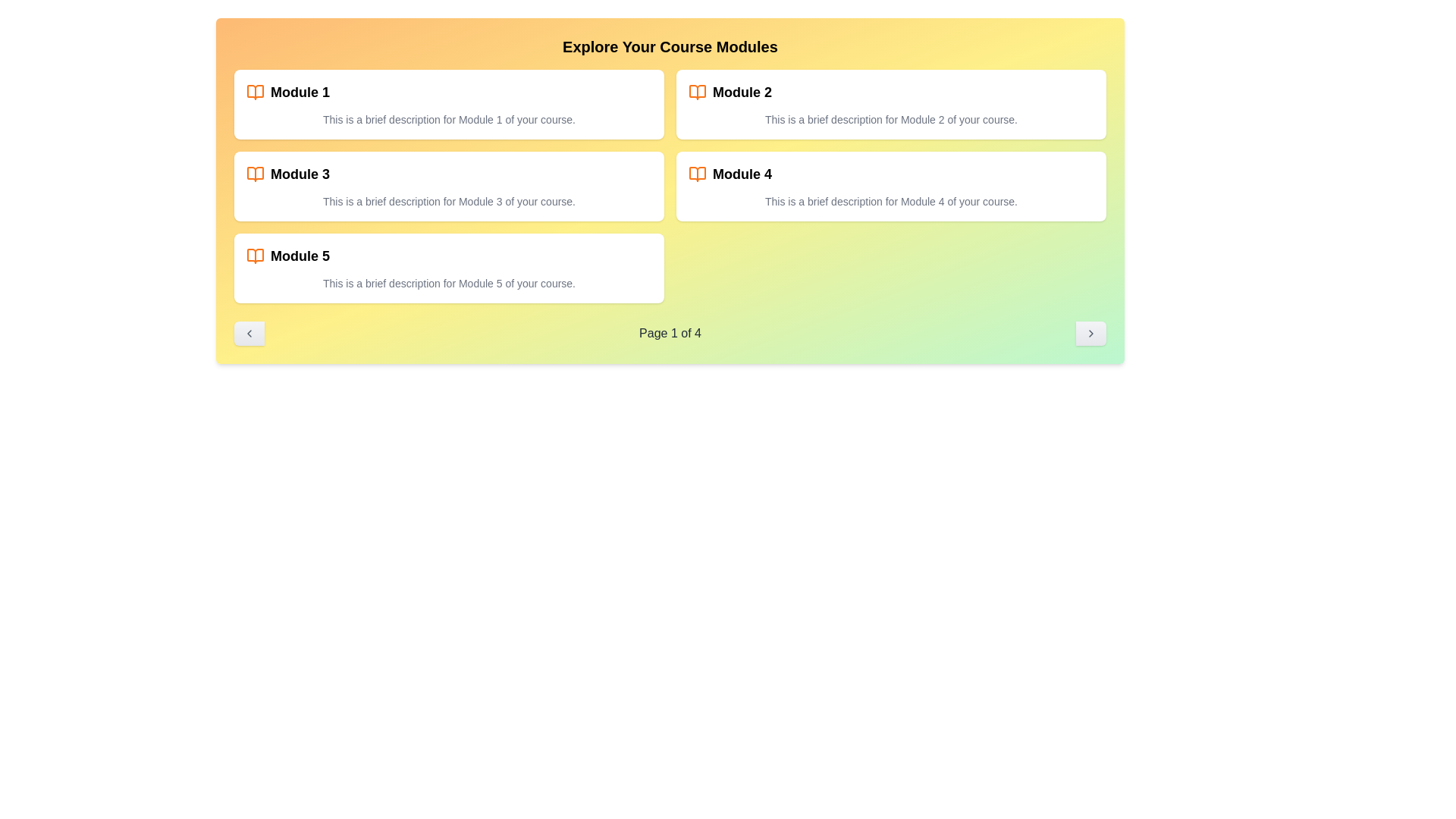 This screenshot has height=819, width=1456. Describe the element at coordinates (669, 332) in the screenshot. I see `the text element displaying 'Page 1 of 4', which is located at the bottom center of the 'Explore Your Course Modules' section, aligned between two navigation buttons` at that location.